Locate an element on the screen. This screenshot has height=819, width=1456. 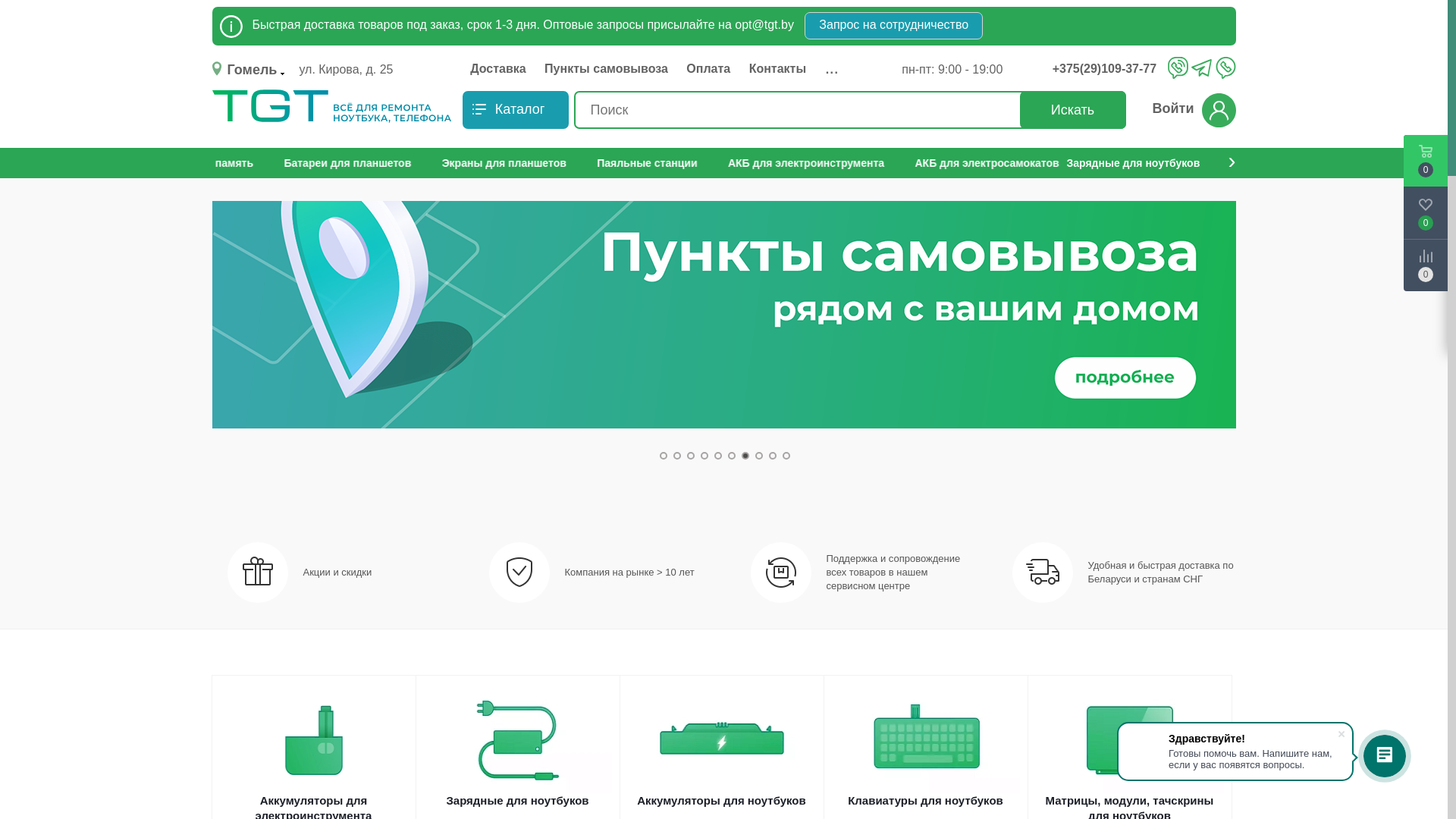
'3' is located at coordinates (690, 455).